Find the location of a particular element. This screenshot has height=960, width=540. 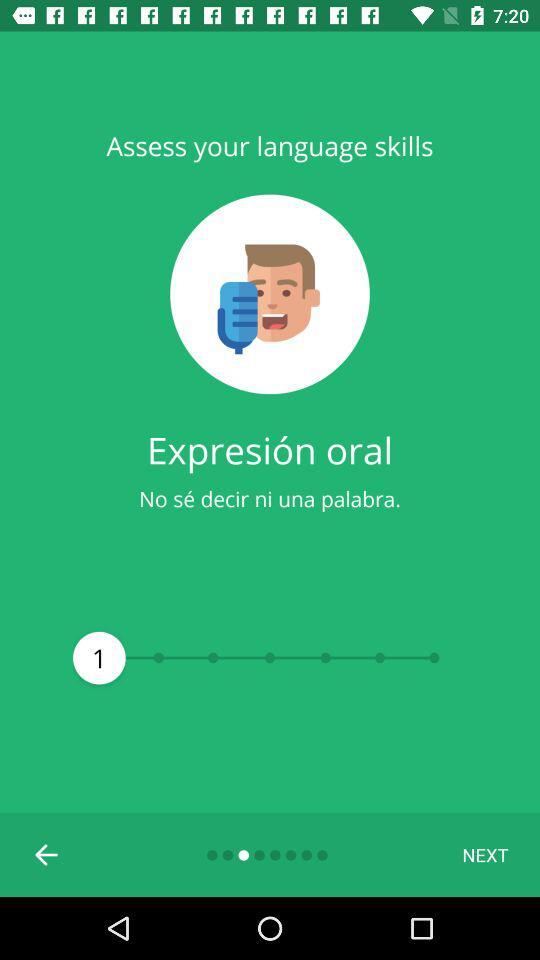

item at the bottom left corner is located at coordinates (47, 853).